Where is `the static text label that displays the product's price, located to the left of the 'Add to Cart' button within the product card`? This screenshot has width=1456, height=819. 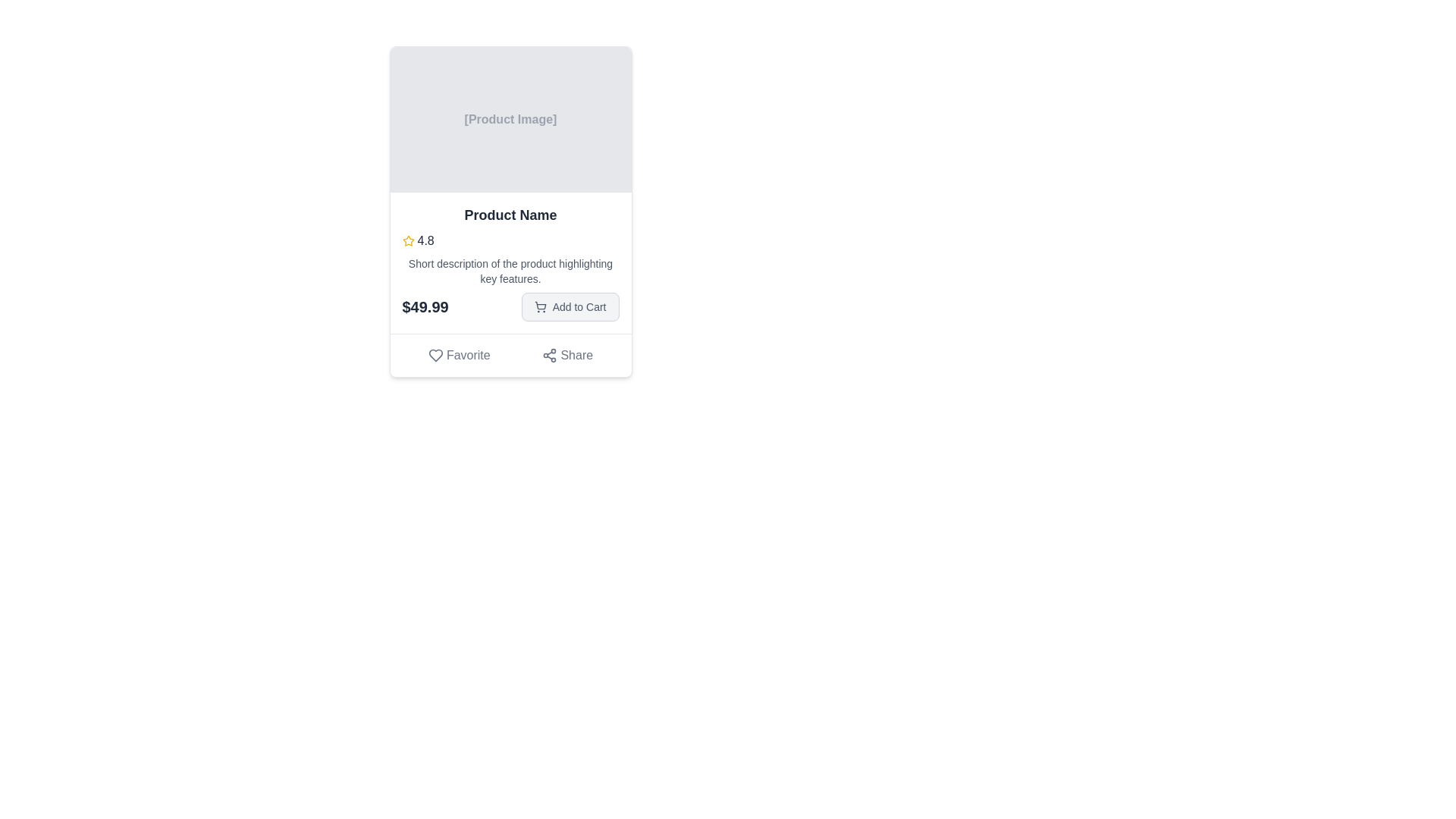 the static text label that displays the product's price, located to the left of the 'Add to Cart' button within the product card is located at coordinates (425, 307).